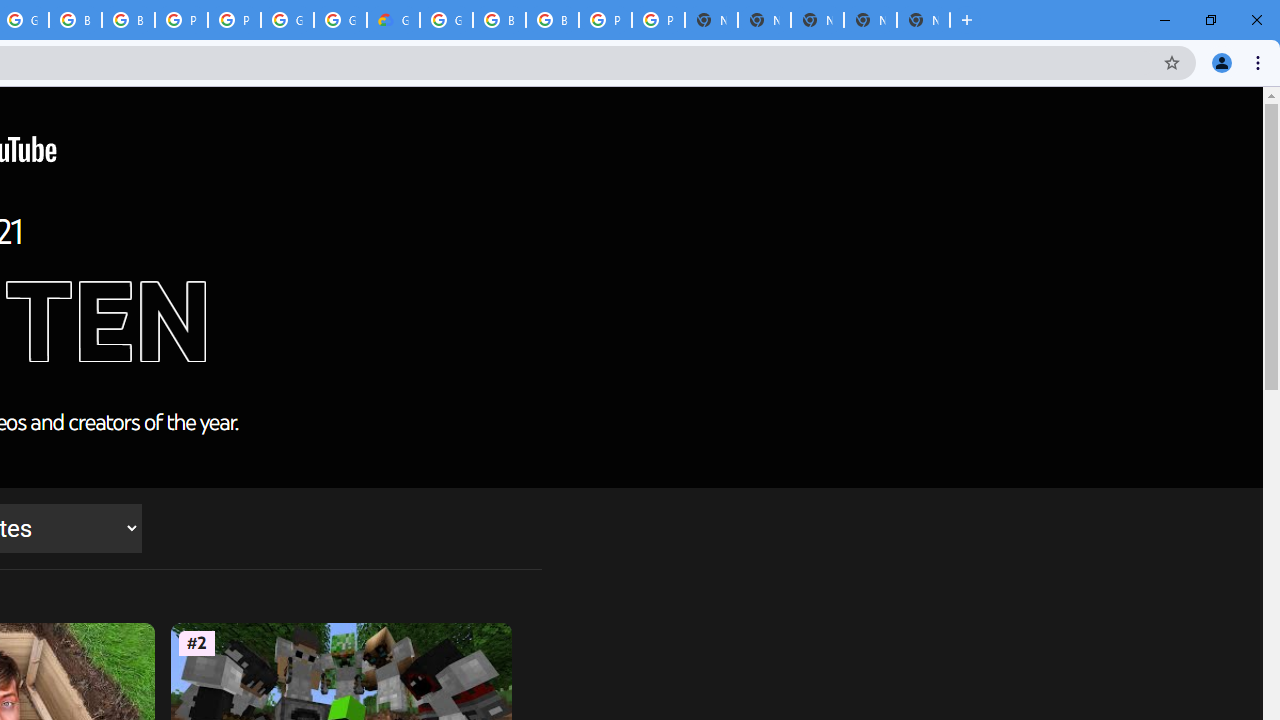 This screenshot has height=720, width=1280. Describe the element at coordinates (127, 20) in the screenshot. I see `'Browse Chrome as a guest - Computer - Google Chrome Help'` at that location.